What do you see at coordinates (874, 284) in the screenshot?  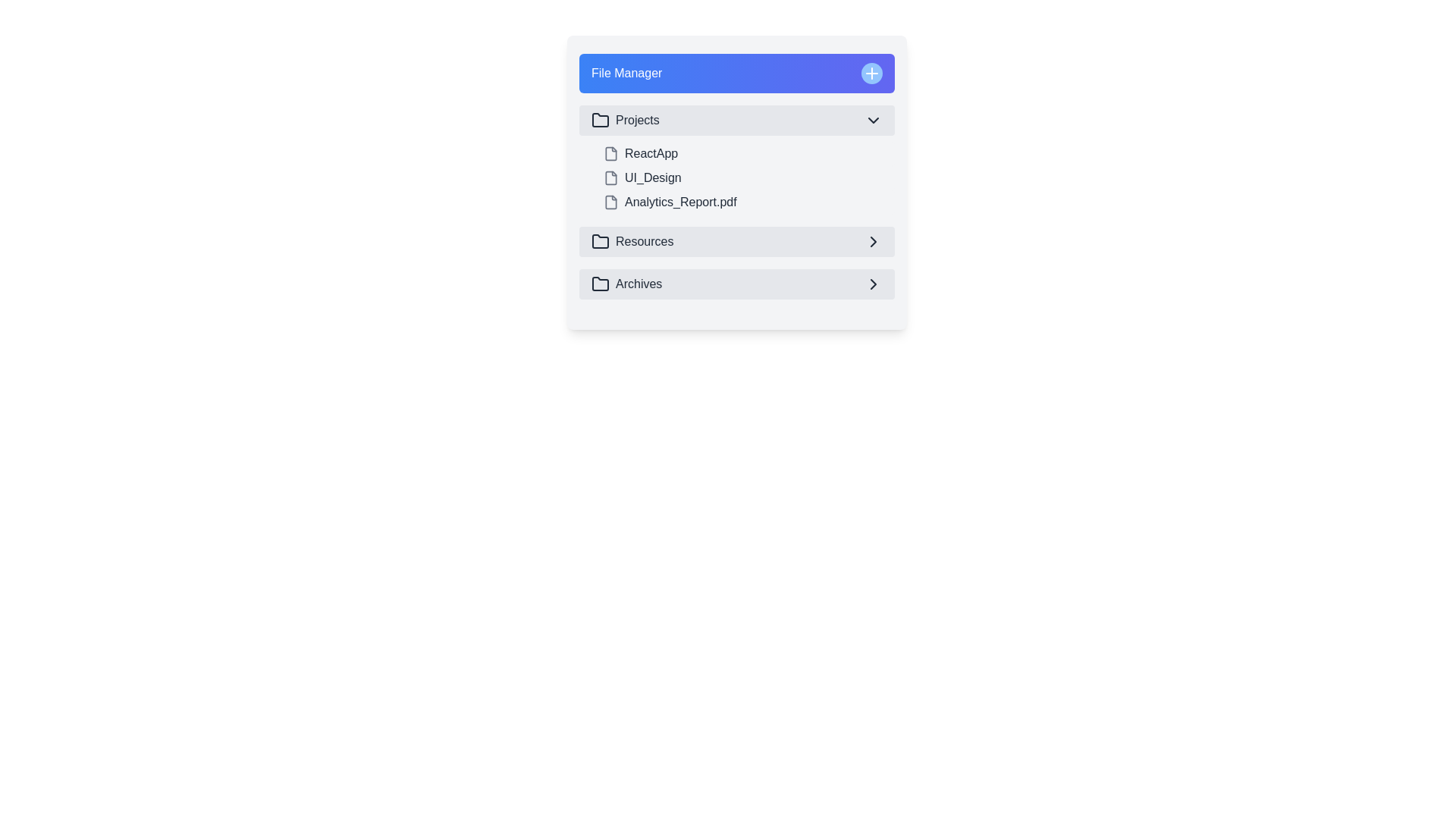 I see `the rightwards arrow icon associated with the 'Archives' entry` at bounding box center [874, 284].